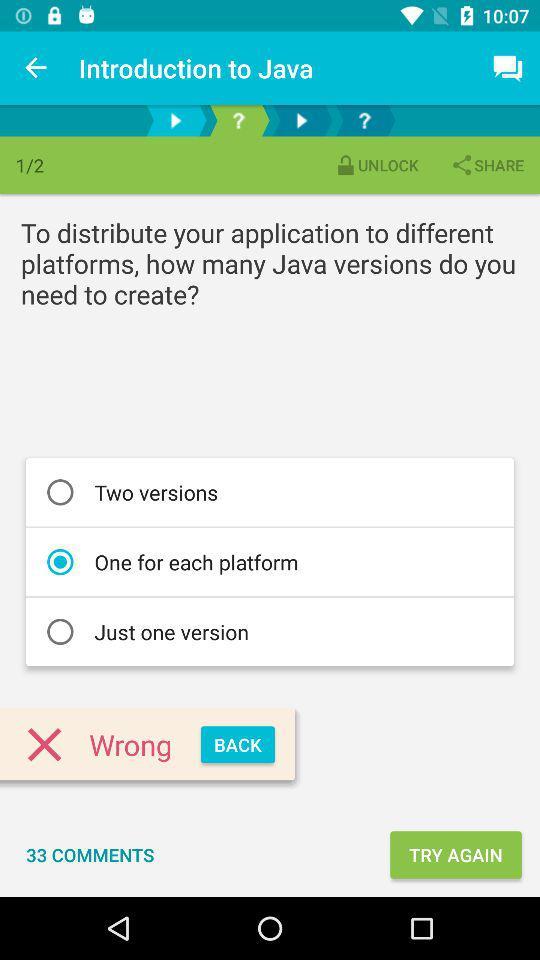 The width and height of the screenshot is (540, 960). Describe the element at coordinates (486, 164) in the screenshot. I see `the item to the right of the unlock` at that location.